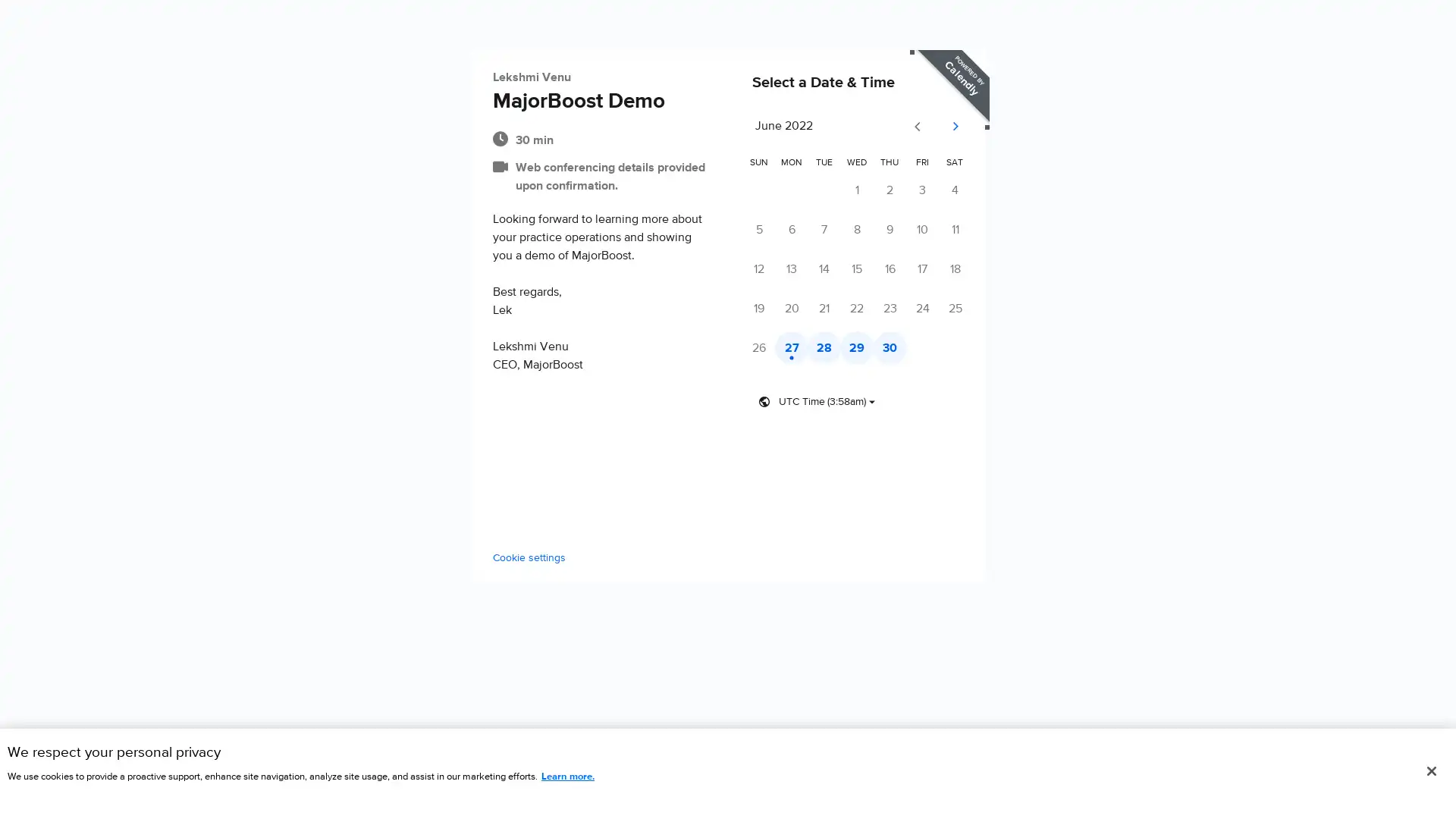 The width and height of the screenshot is (1456, 819). What do you see at coordinates (917, 190) in the screenshot?
I see `Thursday, June 2 - No times available` at bounding box center [917, 190].